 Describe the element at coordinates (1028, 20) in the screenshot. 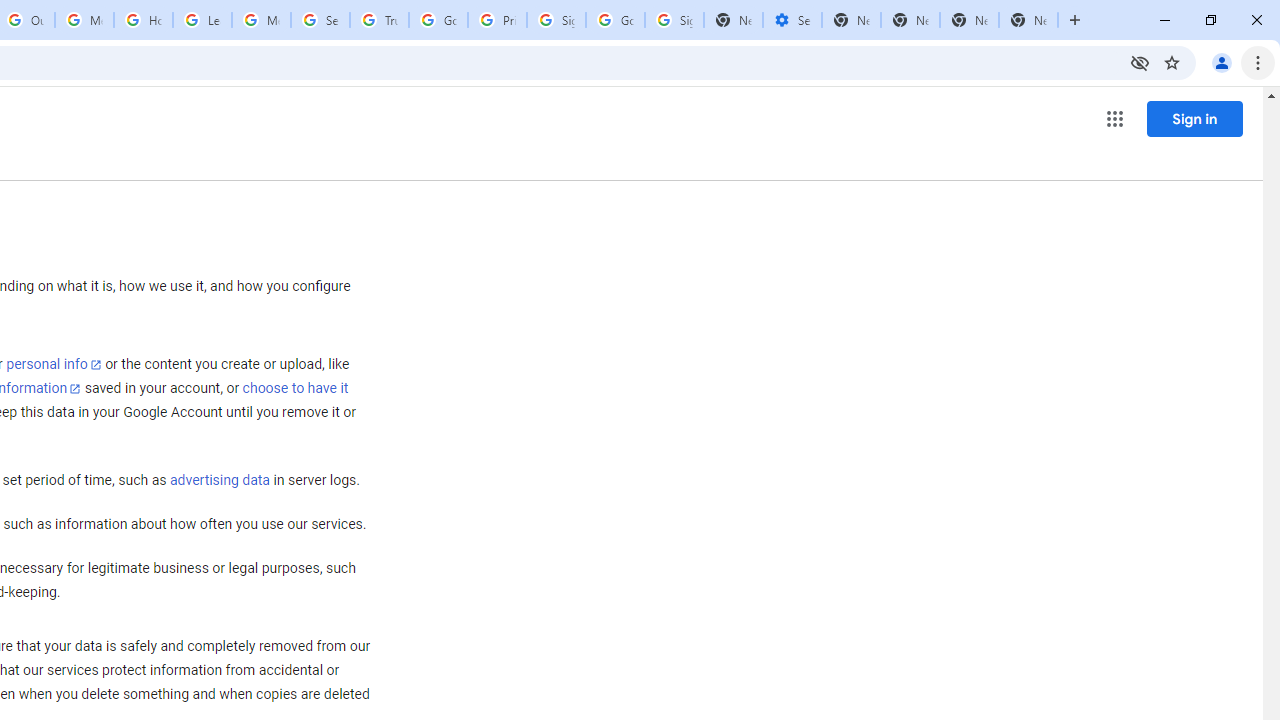

I see `'New Tab'` at that location.